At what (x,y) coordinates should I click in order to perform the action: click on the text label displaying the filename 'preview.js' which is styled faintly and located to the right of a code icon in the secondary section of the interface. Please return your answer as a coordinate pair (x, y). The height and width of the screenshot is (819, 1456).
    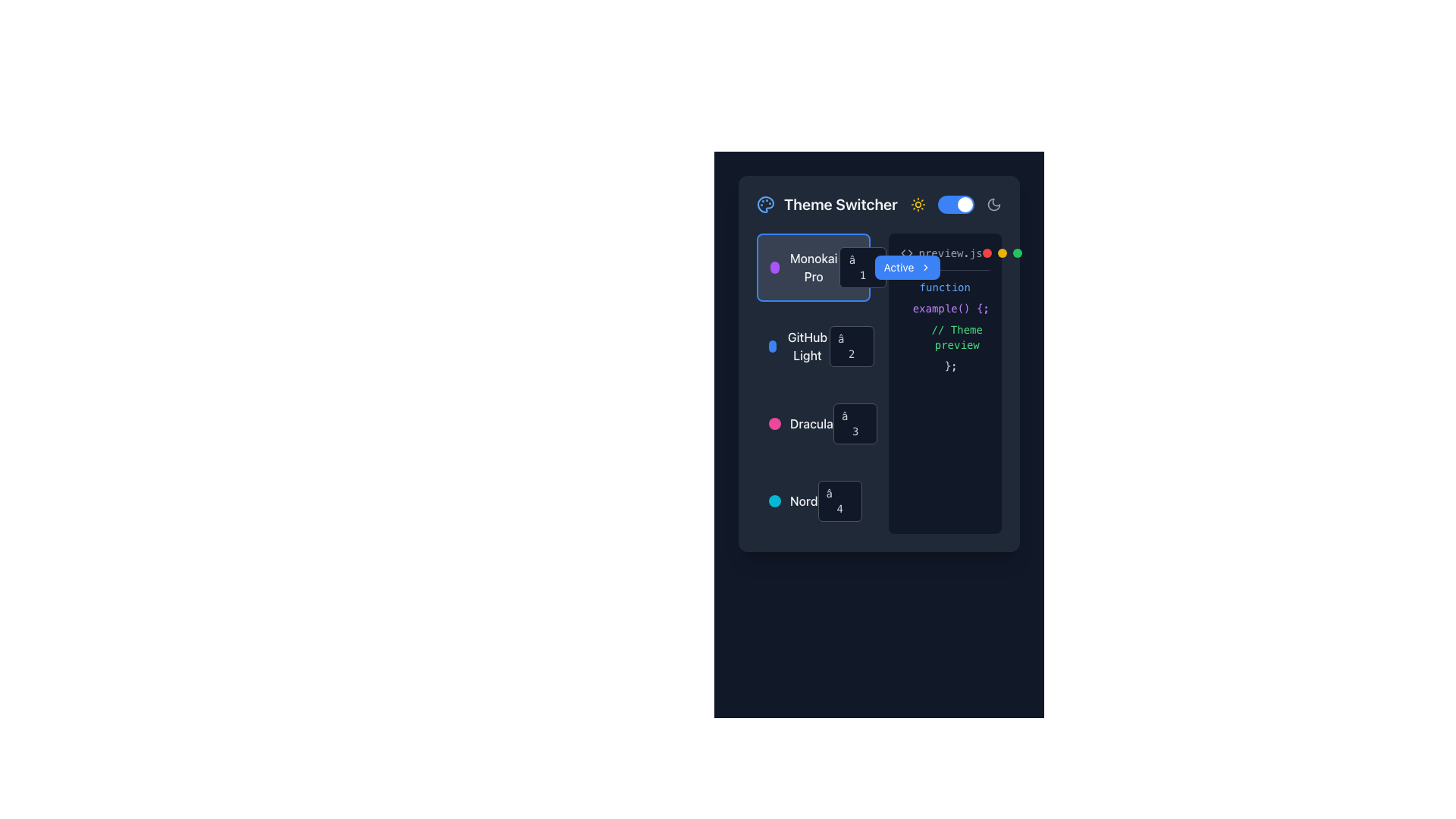
    Looking at the image, I should click on (949, 253).